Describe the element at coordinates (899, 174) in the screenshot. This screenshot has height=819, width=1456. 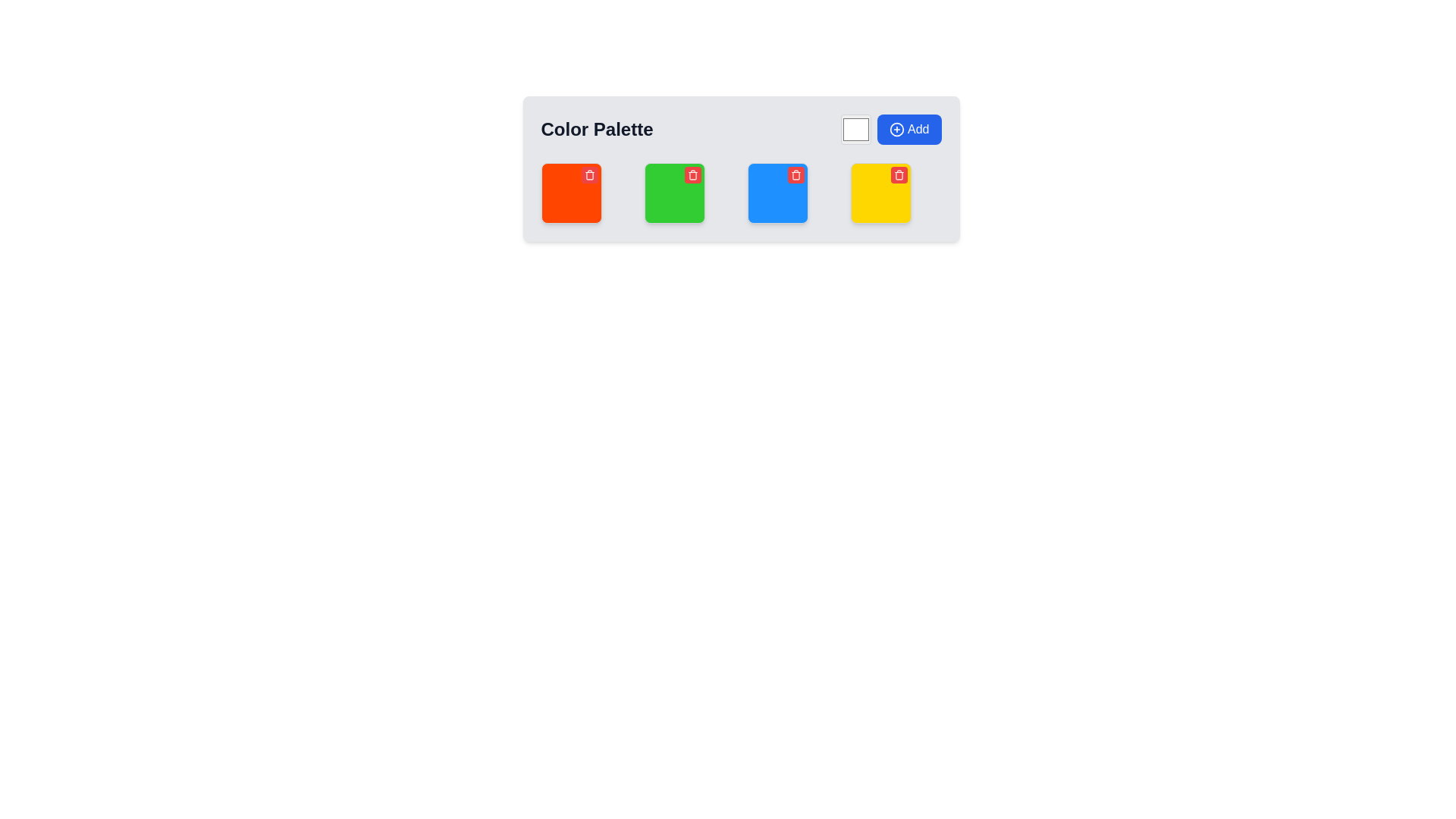
I see `the delete button represented by a trash can icon located at the top-right corner of the fourth yellow square in the color palette` at that location.